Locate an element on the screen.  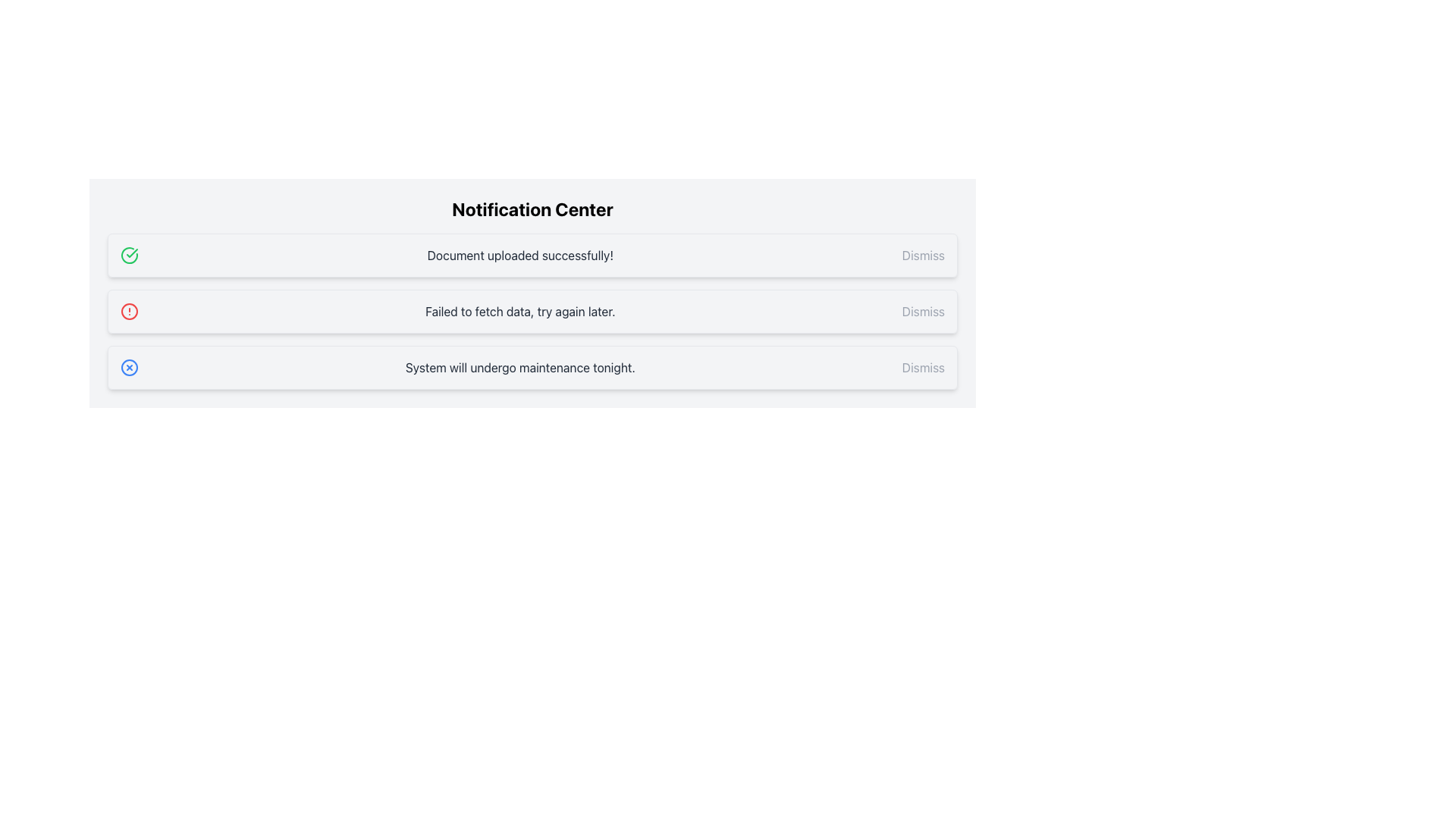
the 'Dismiss' button, which is a text button with a gray font that changes to red on hover, located at the far-right side of the notification row is located at coordinates (922, 368).